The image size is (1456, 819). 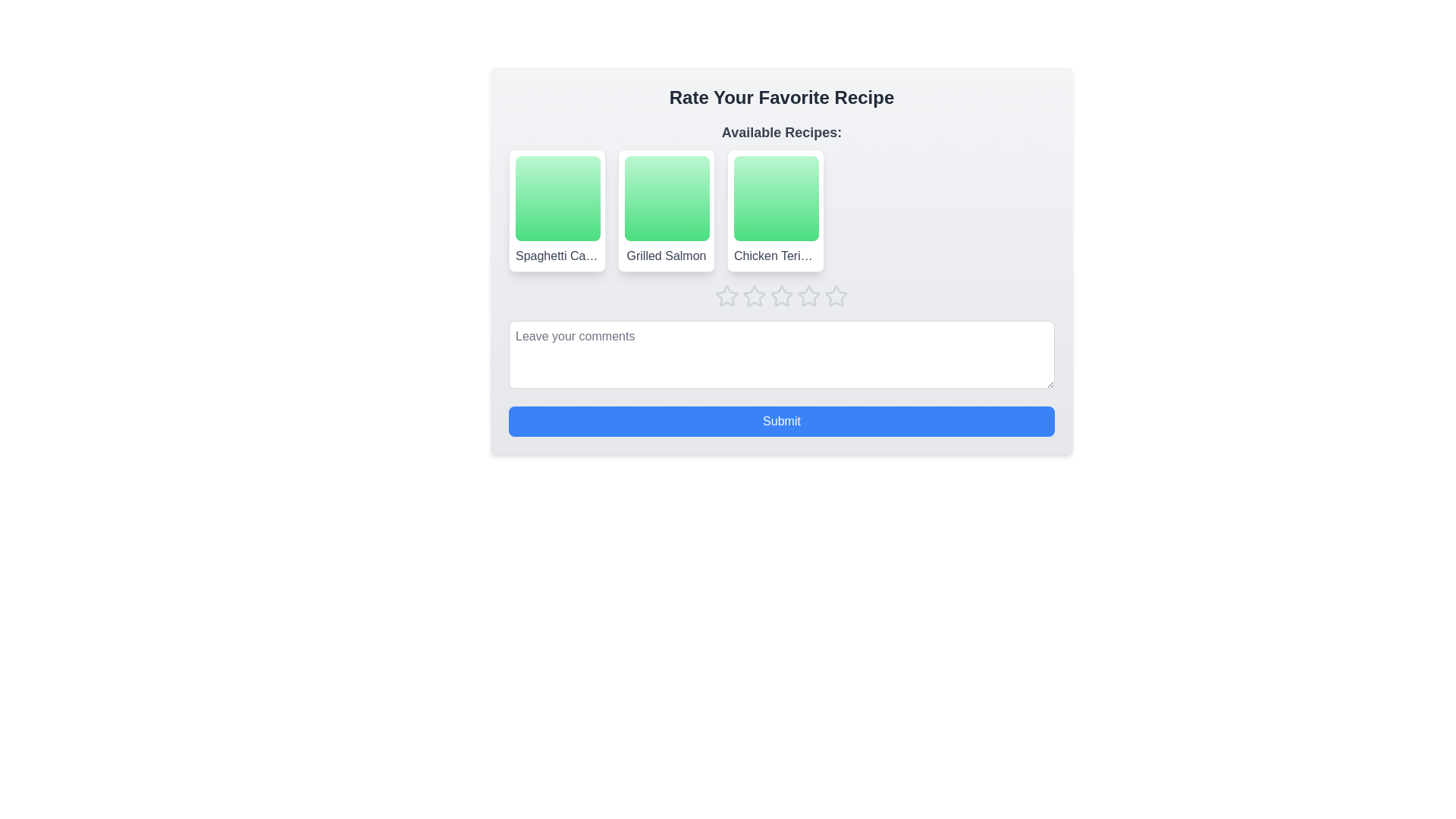 I want to click on the fifth star in the star rating system below the 'Chicken Teriyaki' recipe card, so click(x=836, y=296).